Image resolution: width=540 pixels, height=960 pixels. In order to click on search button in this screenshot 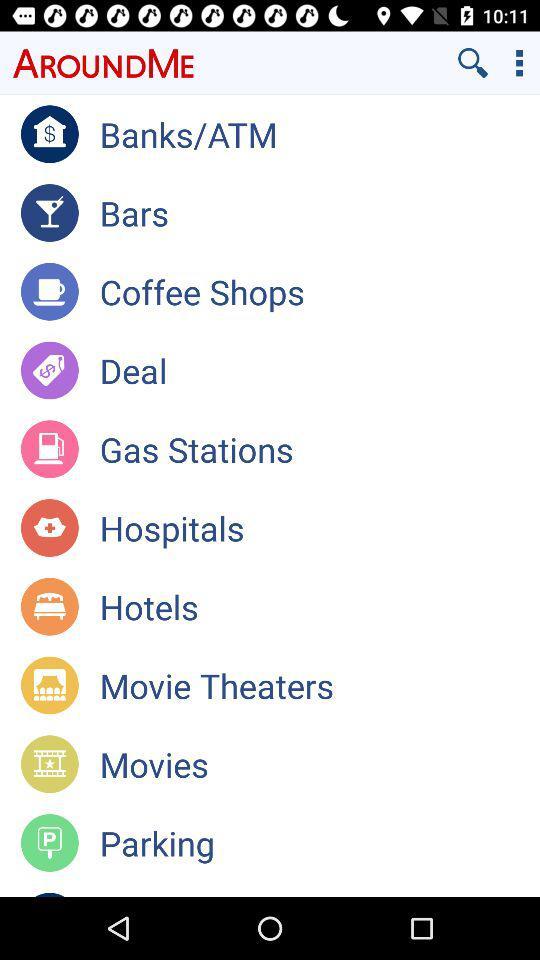, I will do `click(472, 62)`.